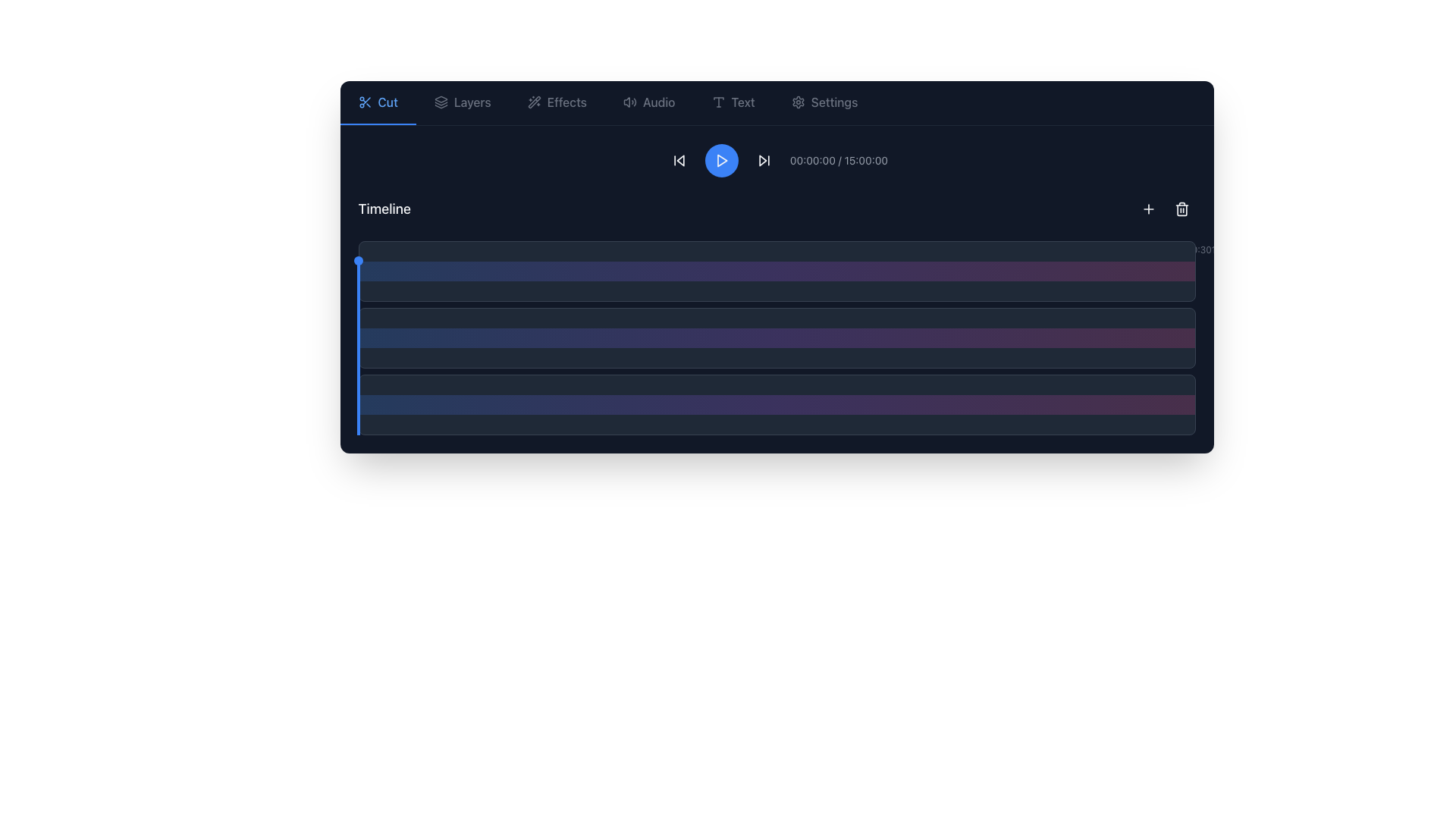 The image size is (1456, 819). I want to click on the 41st time marker on the rightmost end of the timeline, which aids in identifying a precise point in time, so click(1153, 249).